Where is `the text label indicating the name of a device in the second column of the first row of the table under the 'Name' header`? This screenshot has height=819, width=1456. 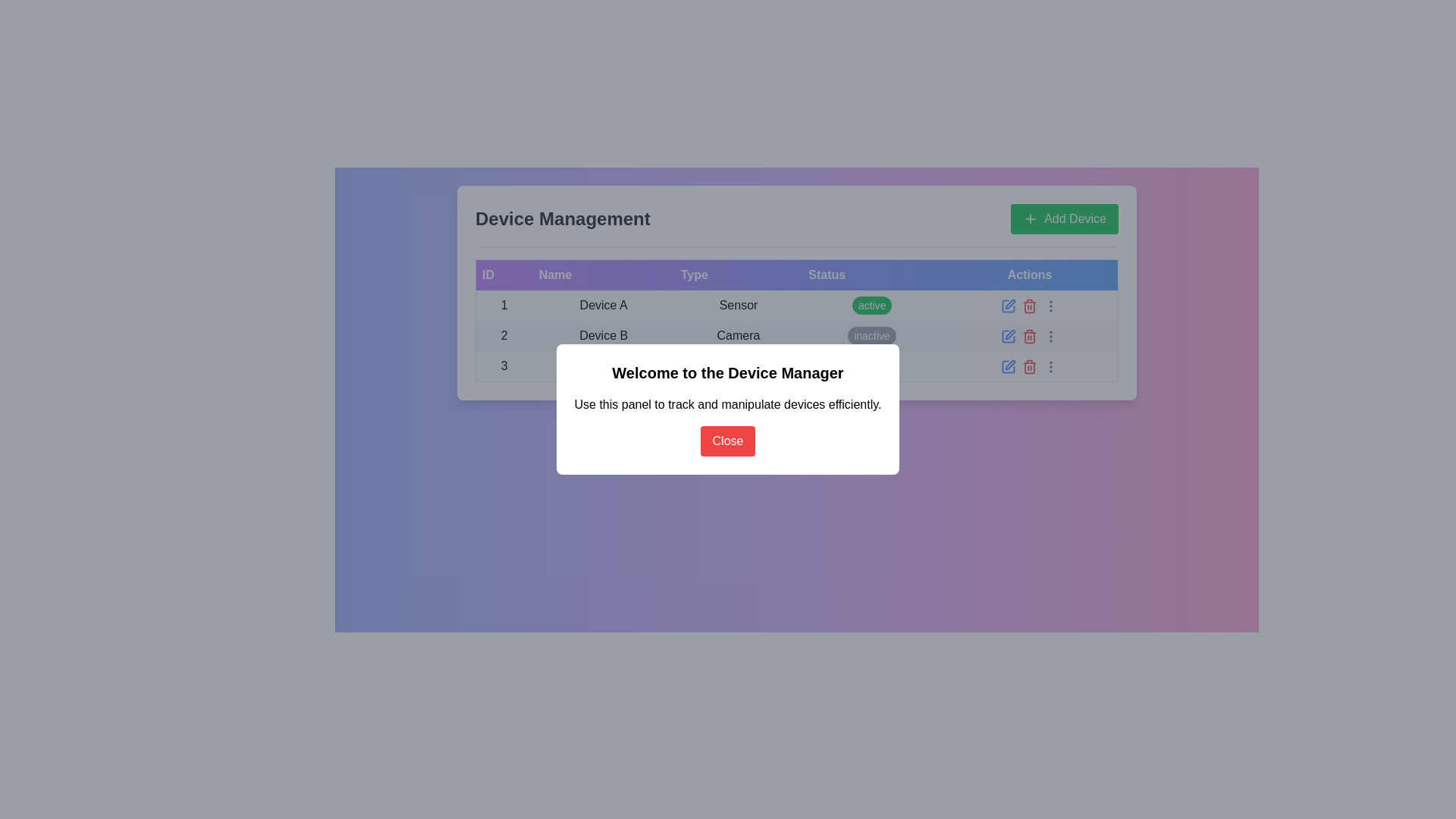
the text label indicating the name of a device in the second column of the first row of the table under the 'Name' header is located at coordinates (603, 305).